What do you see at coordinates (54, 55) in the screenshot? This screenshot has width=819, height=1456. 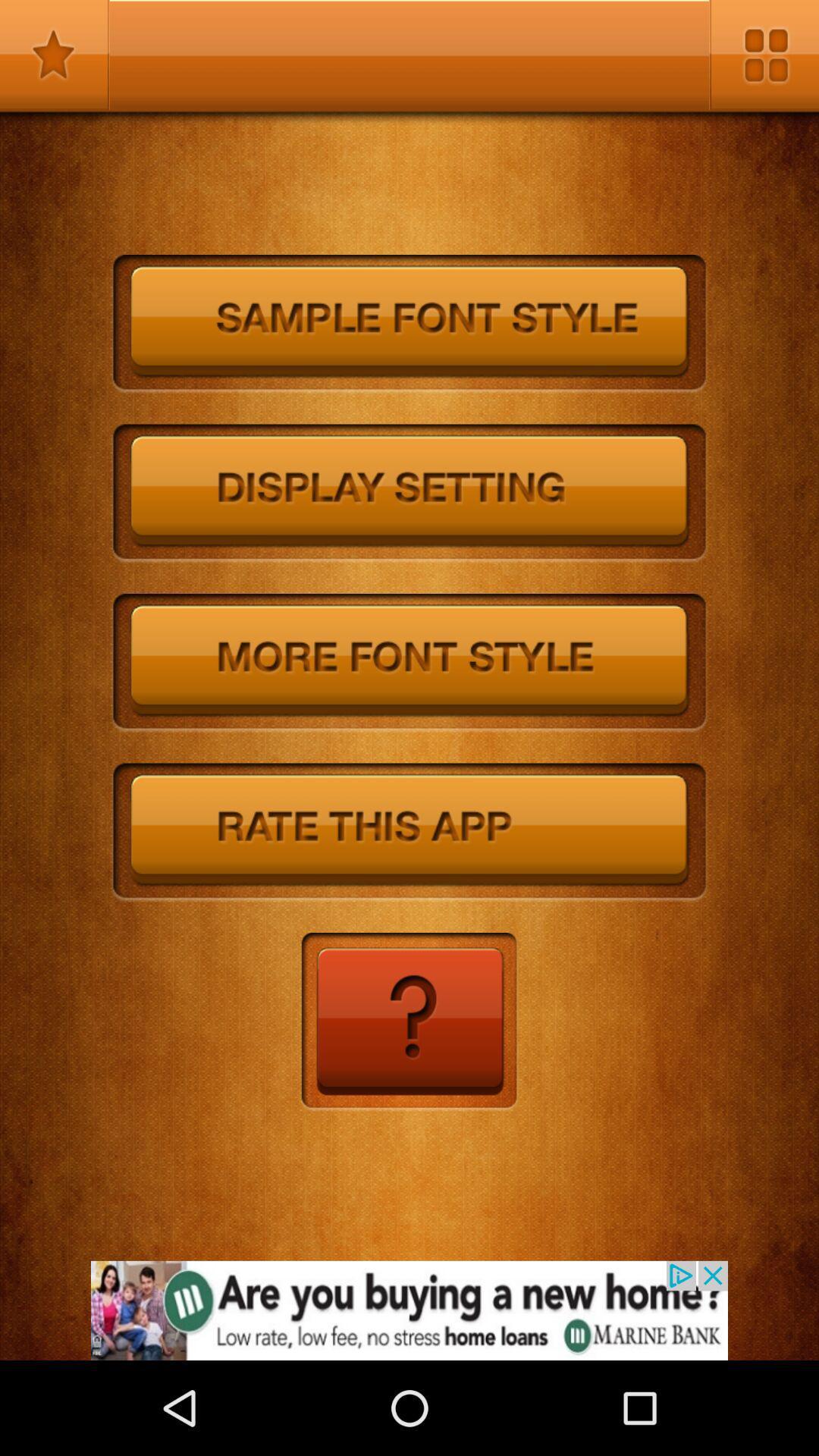 I see `to favorites` at bounding box center [54, 55].